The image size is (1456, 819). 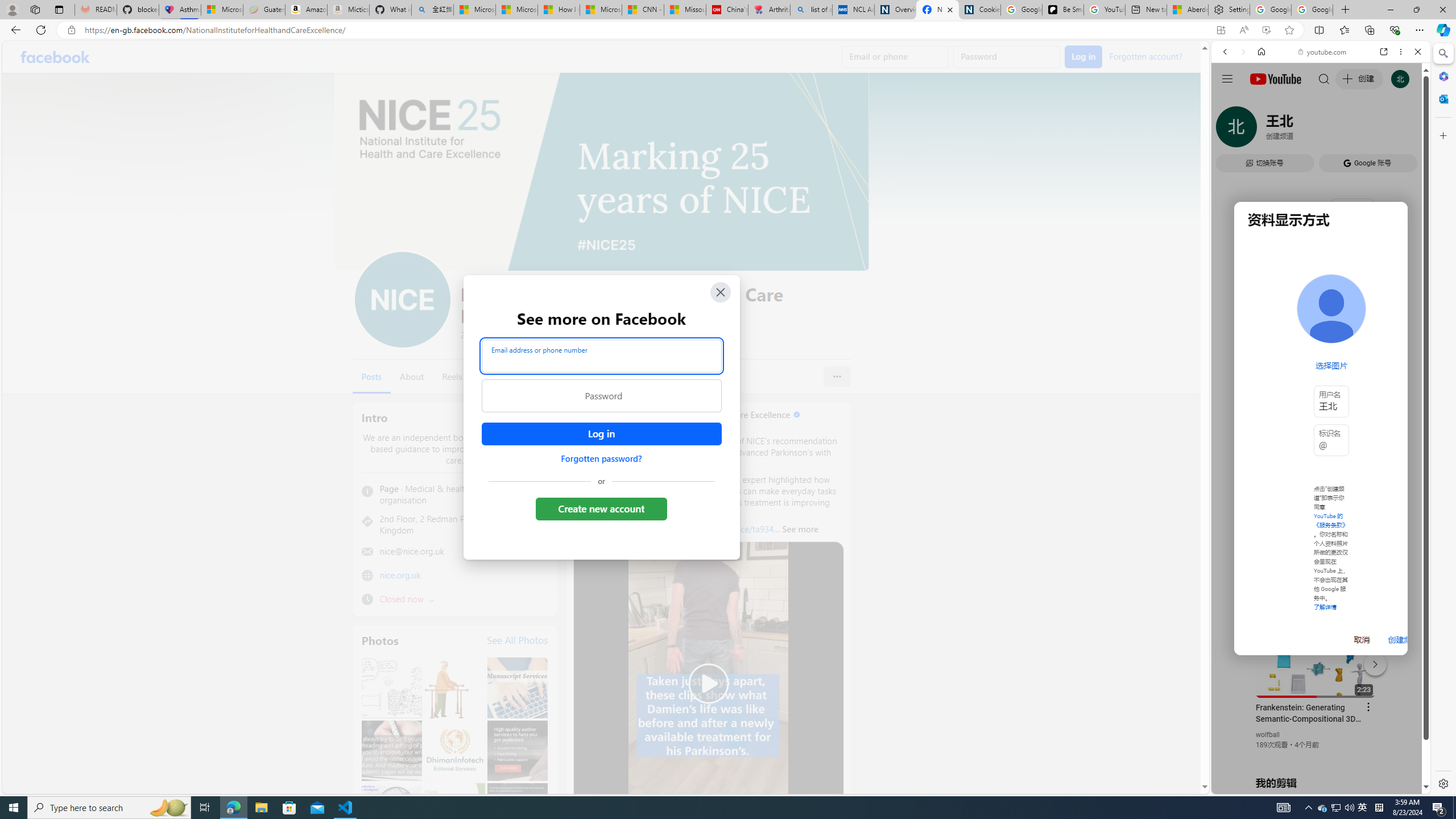 I want to click on 'Email address or phone number', so click(x=601, y=355).